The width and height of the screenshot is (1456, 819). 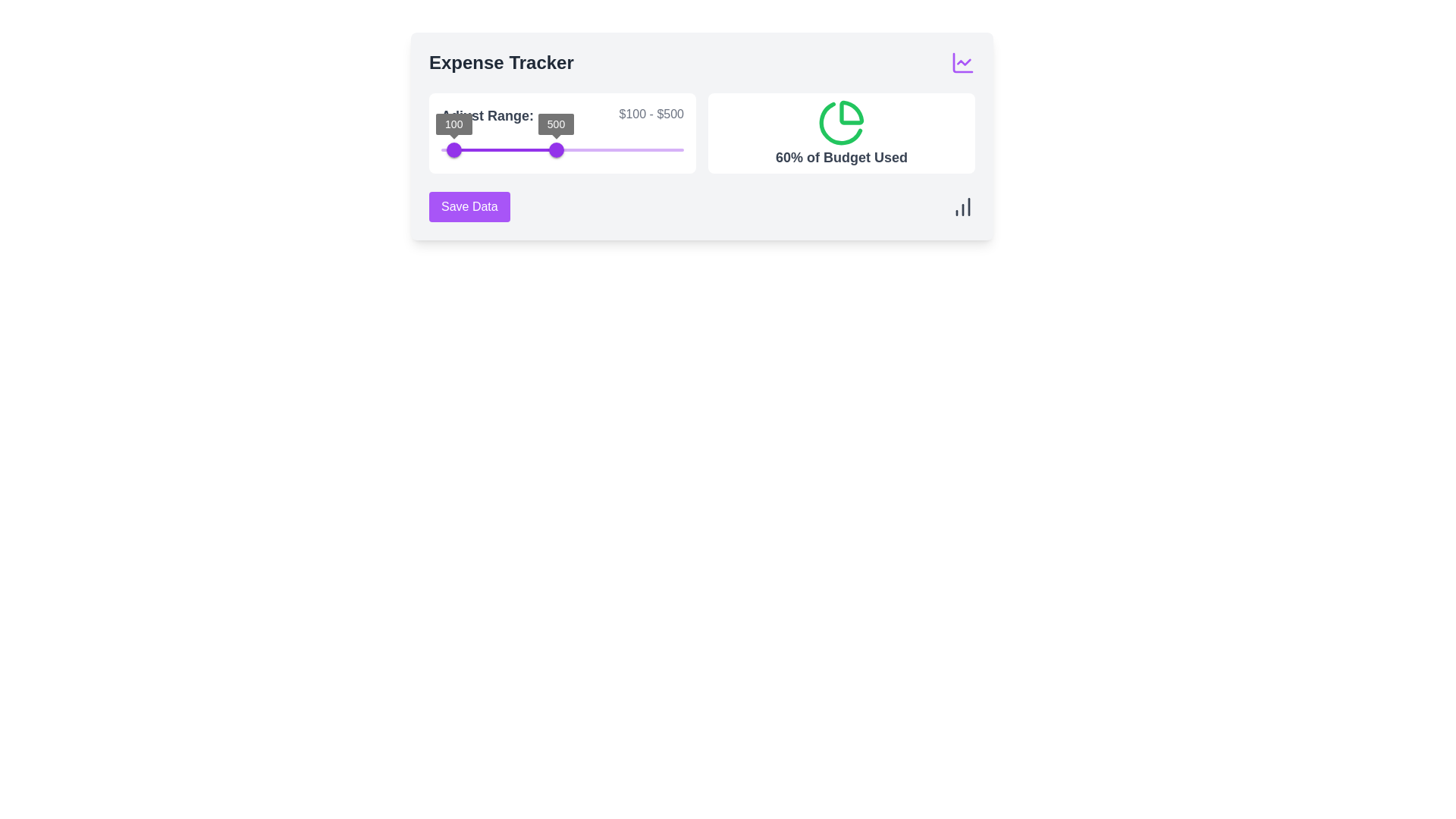 What do you see at coordinates (500, 152) in the screenshot?
I see `the target slider's value` at bounding box center [500, 152].